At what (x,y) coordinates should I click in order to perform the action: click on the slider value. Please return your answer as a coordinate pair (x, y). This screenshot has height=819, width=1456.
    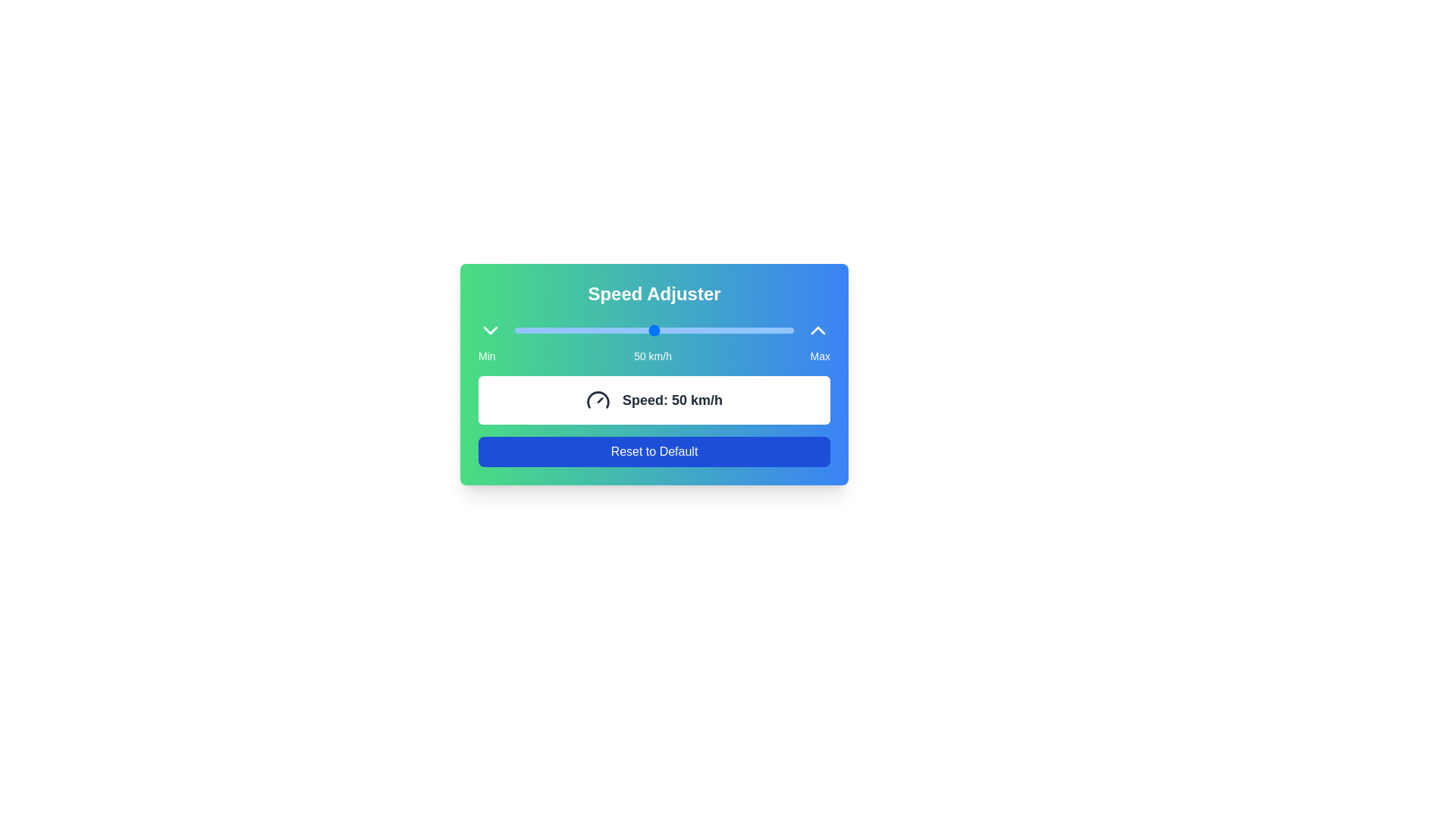
    Looking at the image, I should click on (645, 329).